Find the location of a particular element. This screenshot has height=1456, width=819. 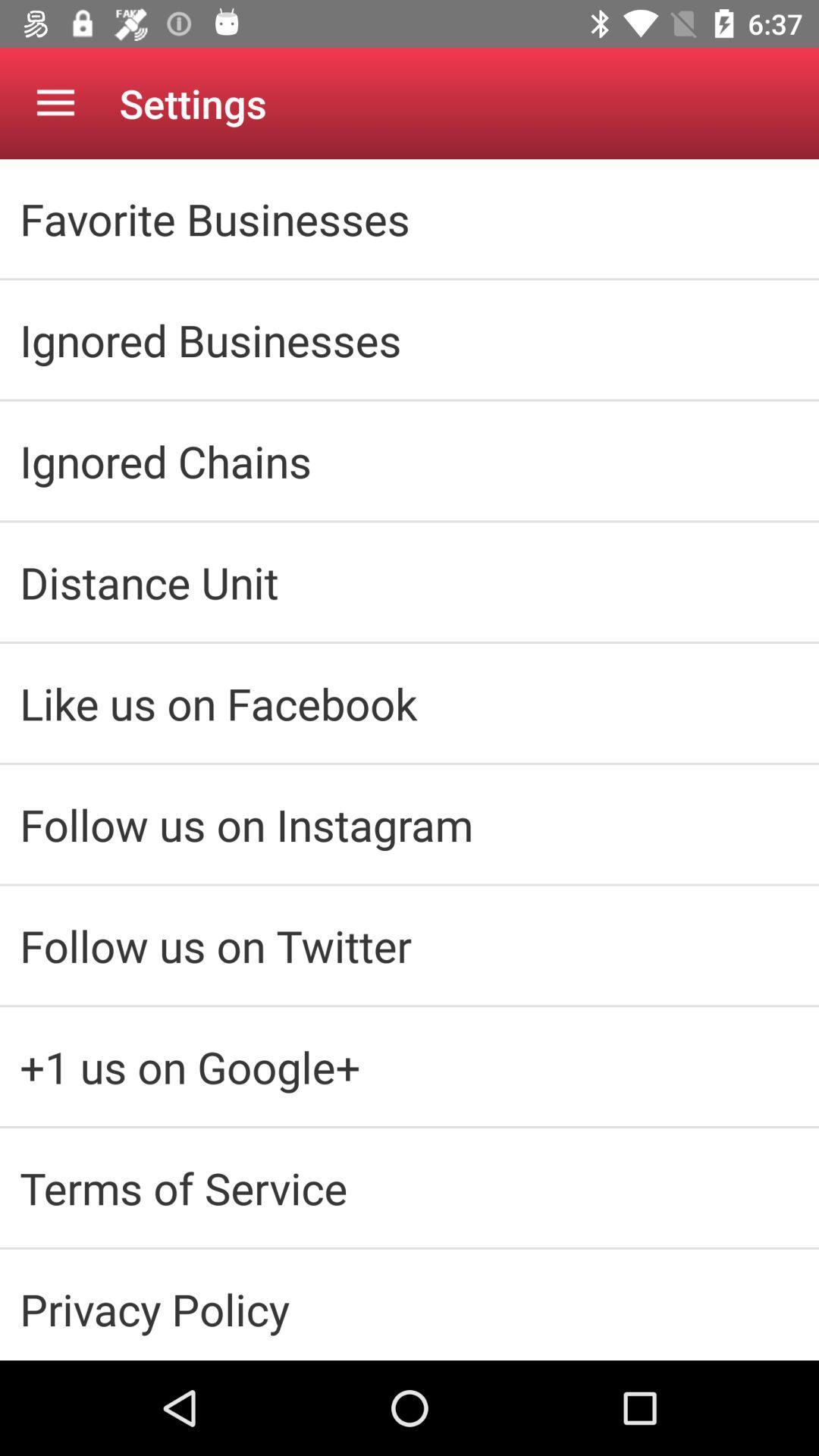

the item below the terms of service icon is located at coordinates (409, 1308).